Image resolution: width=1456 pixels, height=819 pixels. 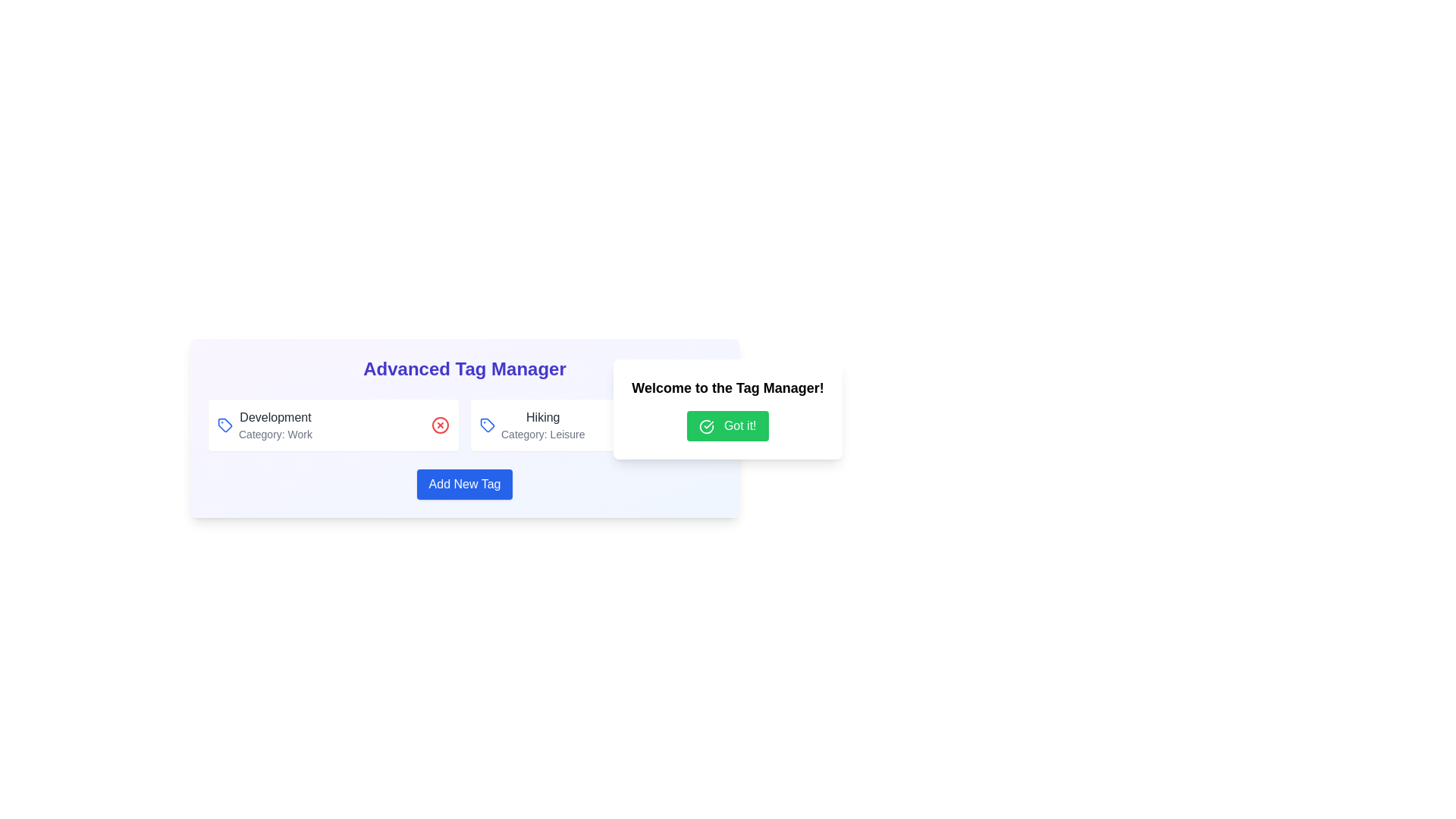 I want to click on the text label displaying 'Hiking', which is styled in medium-sized, dark-gray font and located in the middle section of the interface, adjacent to the 'Development' tag, so click(x=543, y=418).